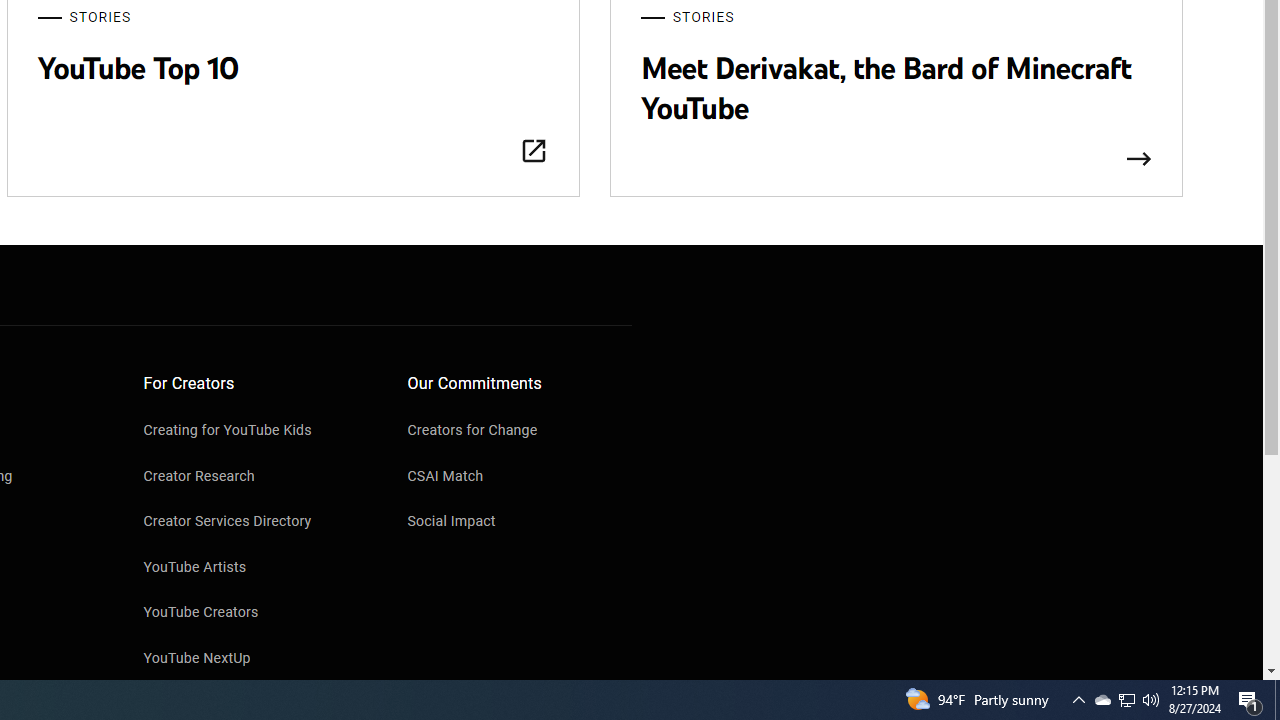 This screenshot has width=1280, height=720. What do you see at coordinates (255, 478) in the screenshot?
I see `'Creator Research'` at bounding box center [255, 478].